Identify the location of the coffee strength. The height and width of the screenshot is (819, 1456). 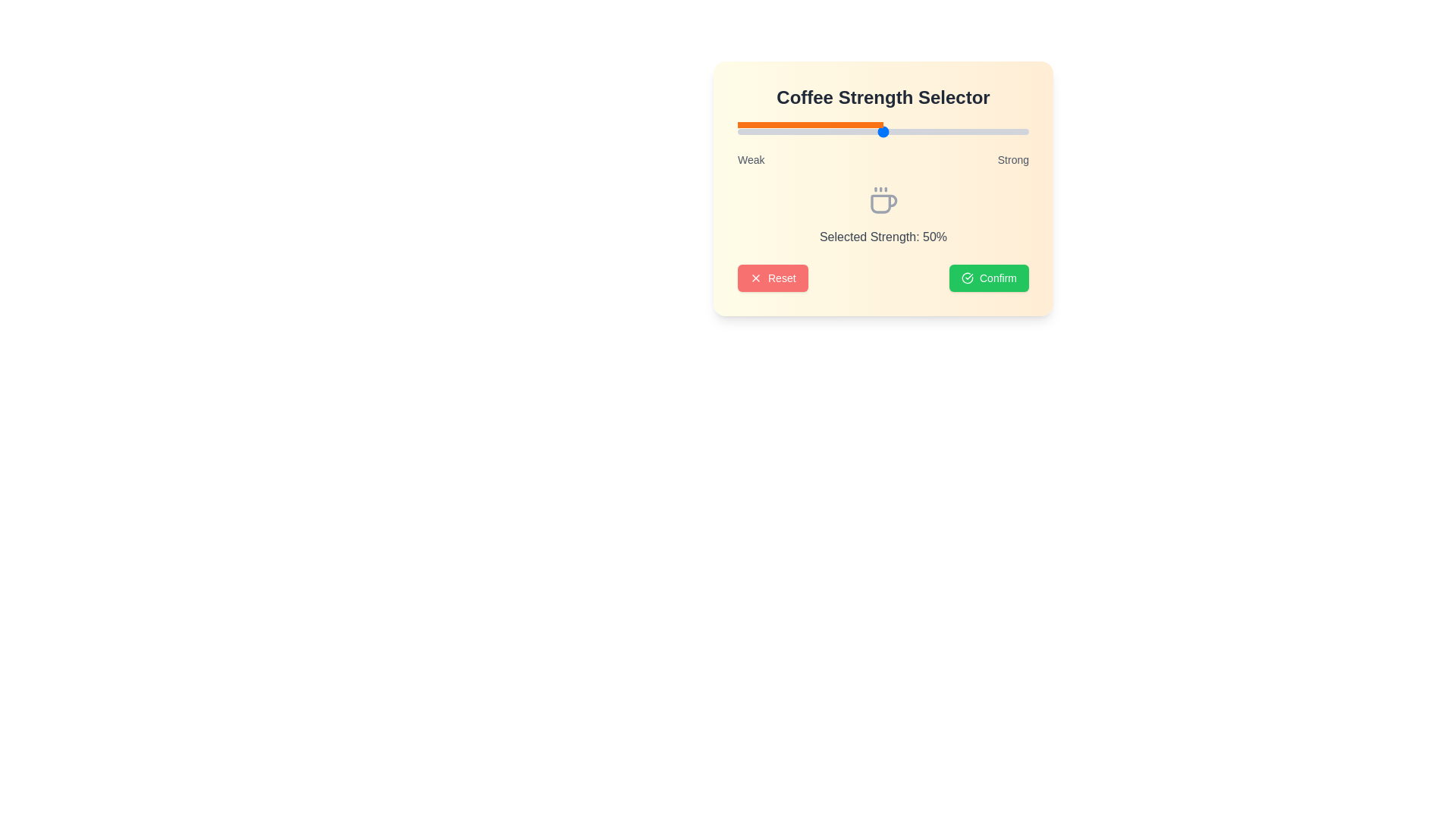
(778, 130).